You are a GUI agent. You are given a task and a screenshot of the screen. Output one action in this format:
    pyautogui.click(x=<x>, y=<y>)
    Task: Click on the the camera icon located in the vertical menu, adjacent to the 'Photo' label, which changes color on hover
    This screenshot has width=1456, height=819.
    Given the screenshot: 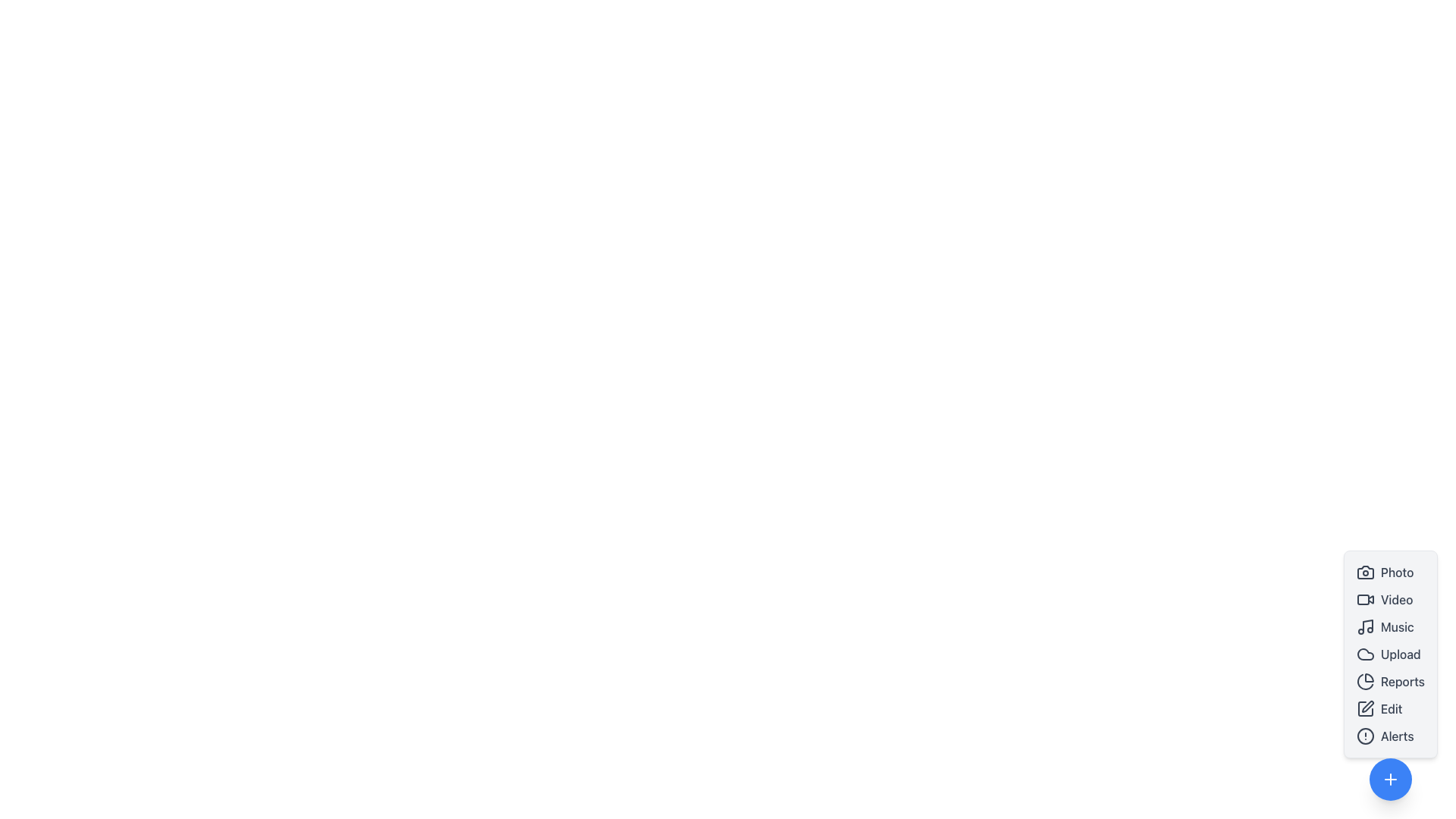 What is the action you would take?
    pyautogui.click(x=1365, y=573)
    